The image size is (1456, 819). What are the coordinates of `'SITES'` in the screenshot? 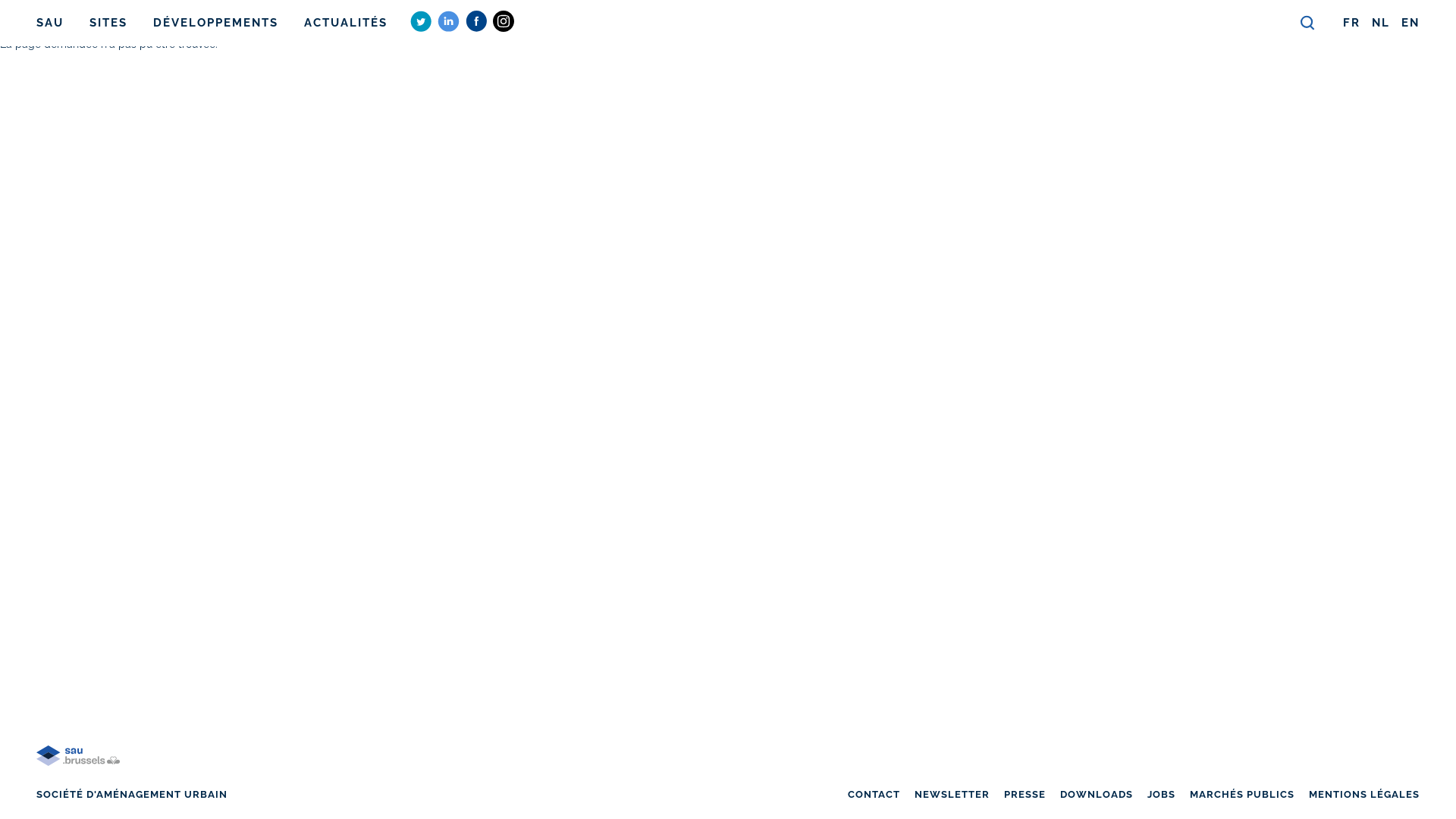 It's located at (108, 23).